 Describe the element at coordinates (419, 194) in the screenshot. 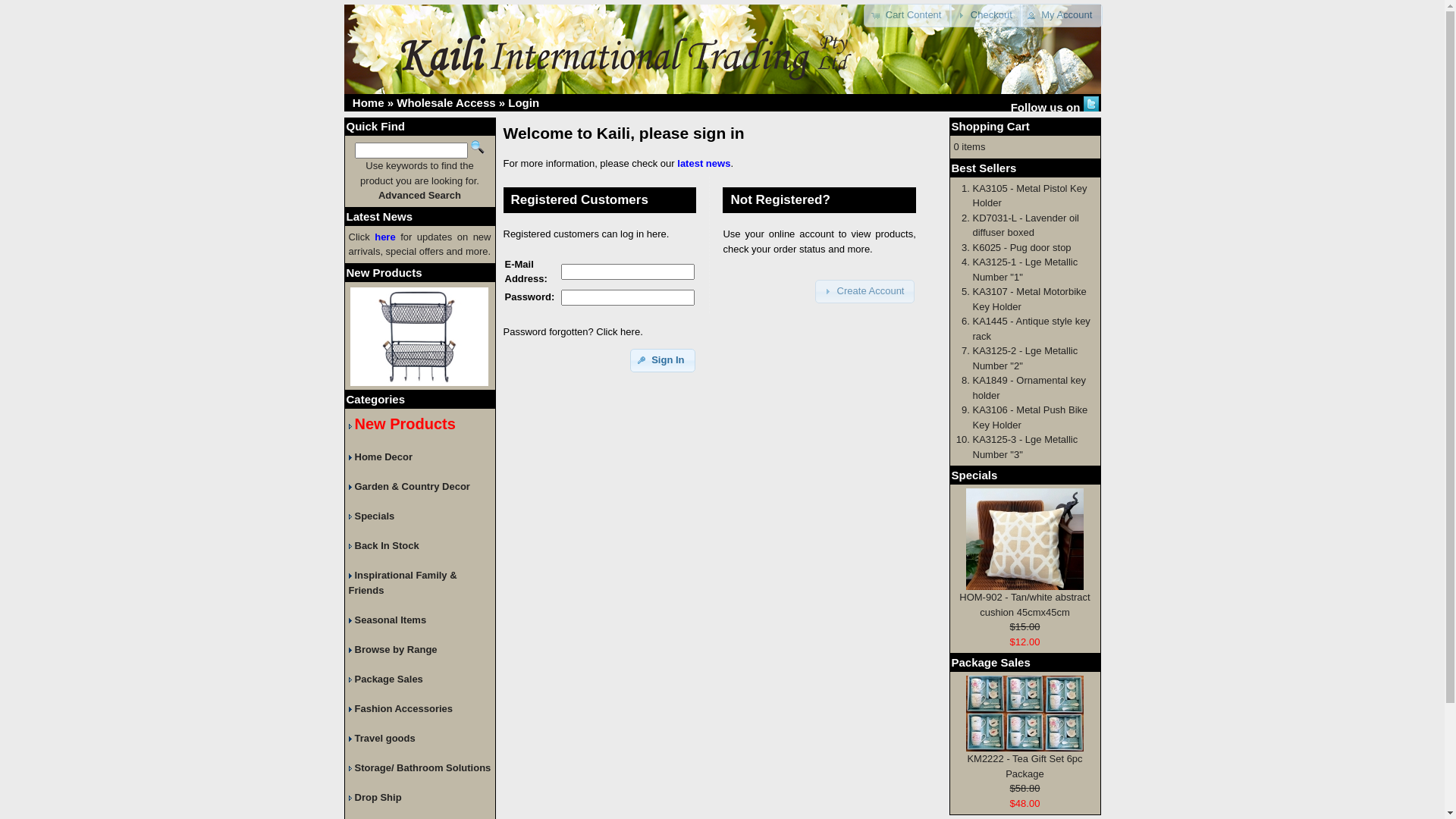

I see `'Advanced Search'` at that location.